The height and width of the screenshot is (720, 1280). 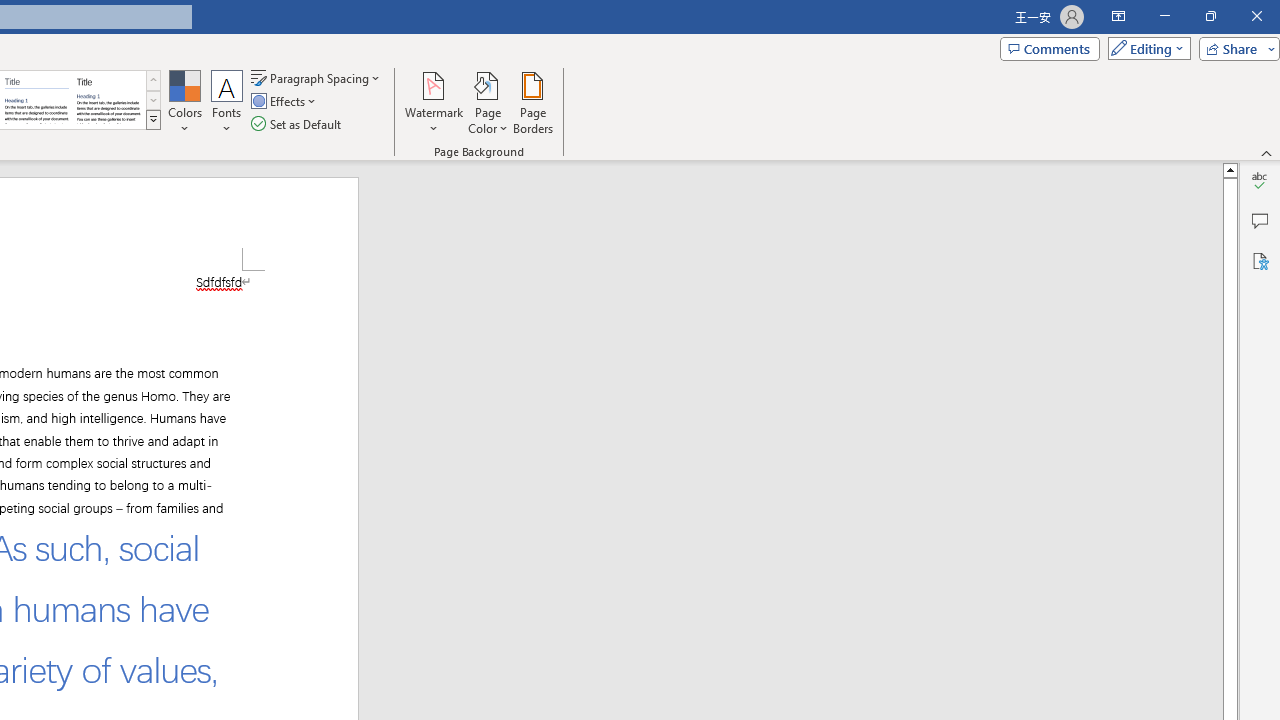 What do you see at coordinates (107, 100) in the screenshot?
I see `'Word 2013'` at bounding box center [107, 100].